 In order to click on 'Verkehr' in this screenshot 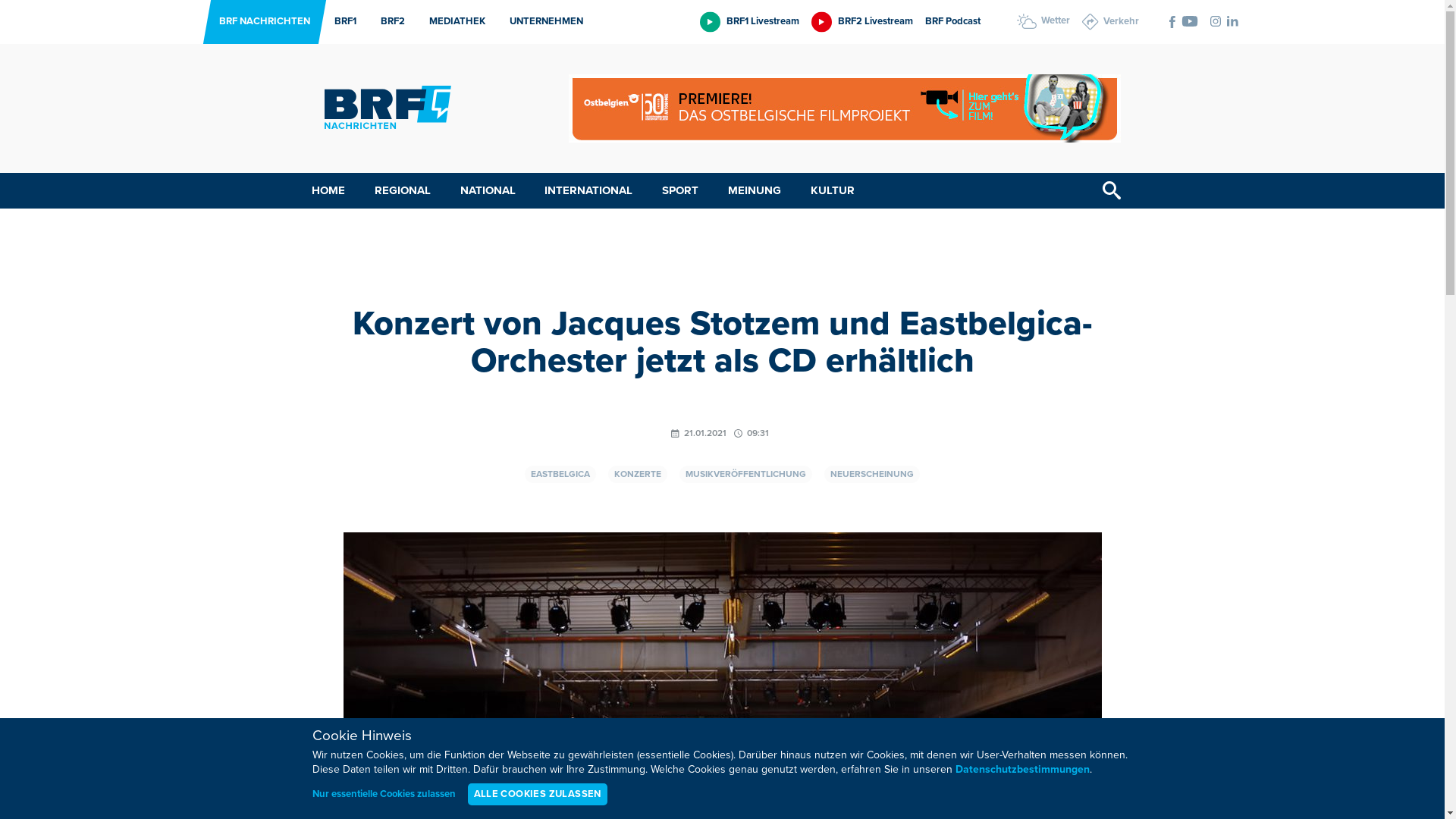, I will do `click(1109, 22)`.